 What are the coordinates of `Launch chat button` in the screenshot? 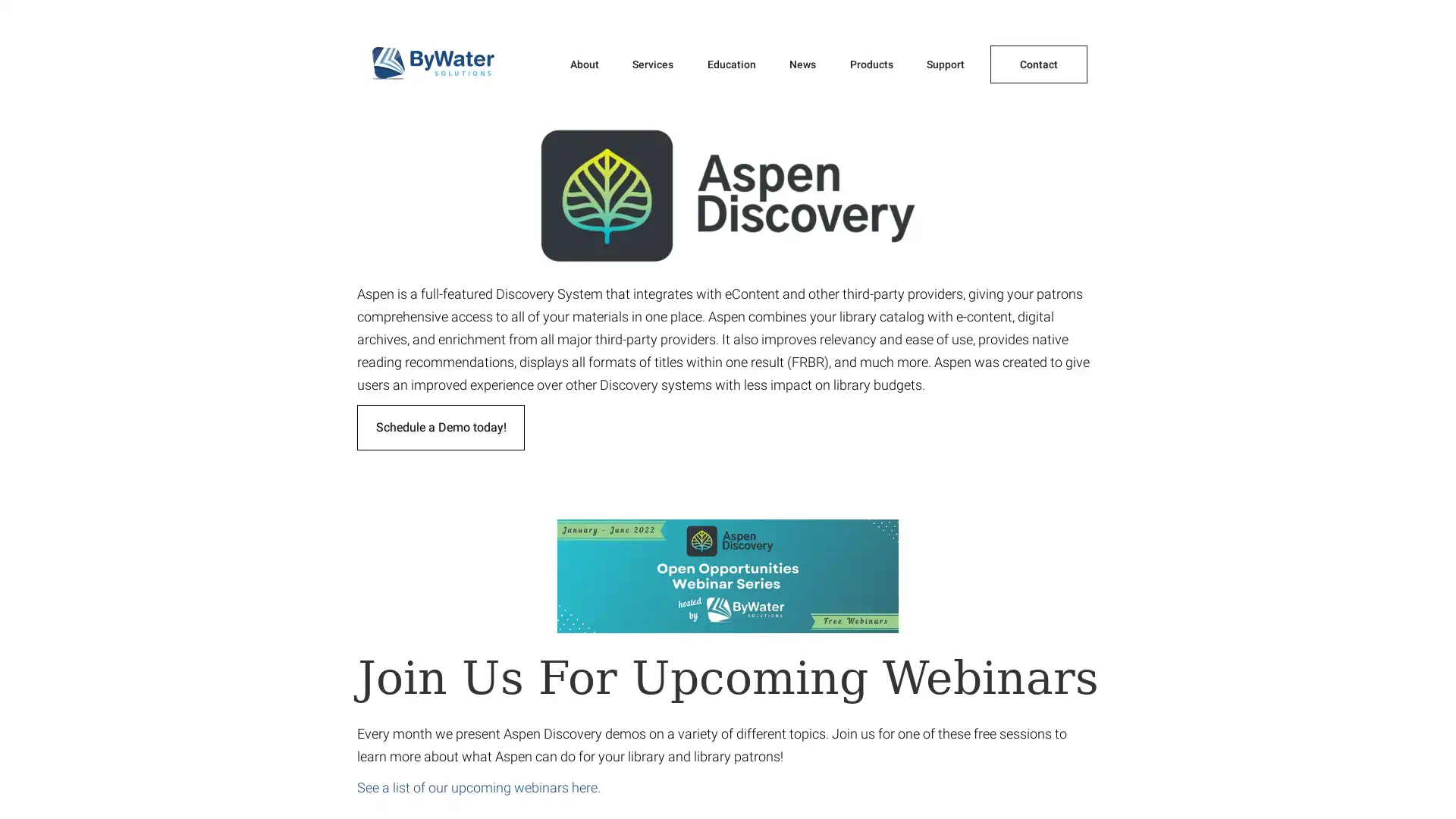 It's located at (1417, 784).